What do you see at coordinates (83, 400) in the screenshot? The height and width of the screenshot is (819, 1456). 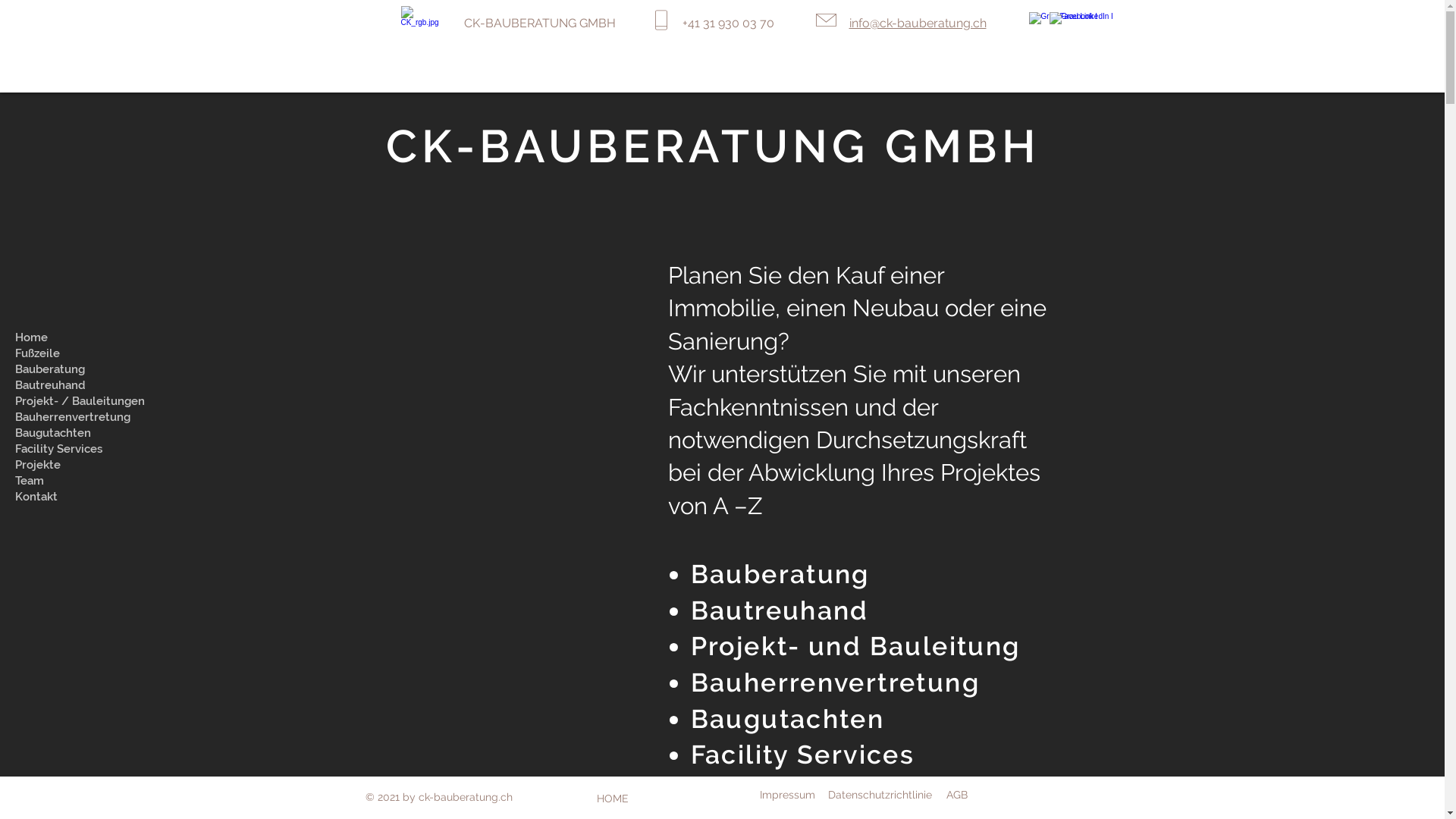 I see `'Projekt- / Bauleitungen'` at bounding box center [83, 400].